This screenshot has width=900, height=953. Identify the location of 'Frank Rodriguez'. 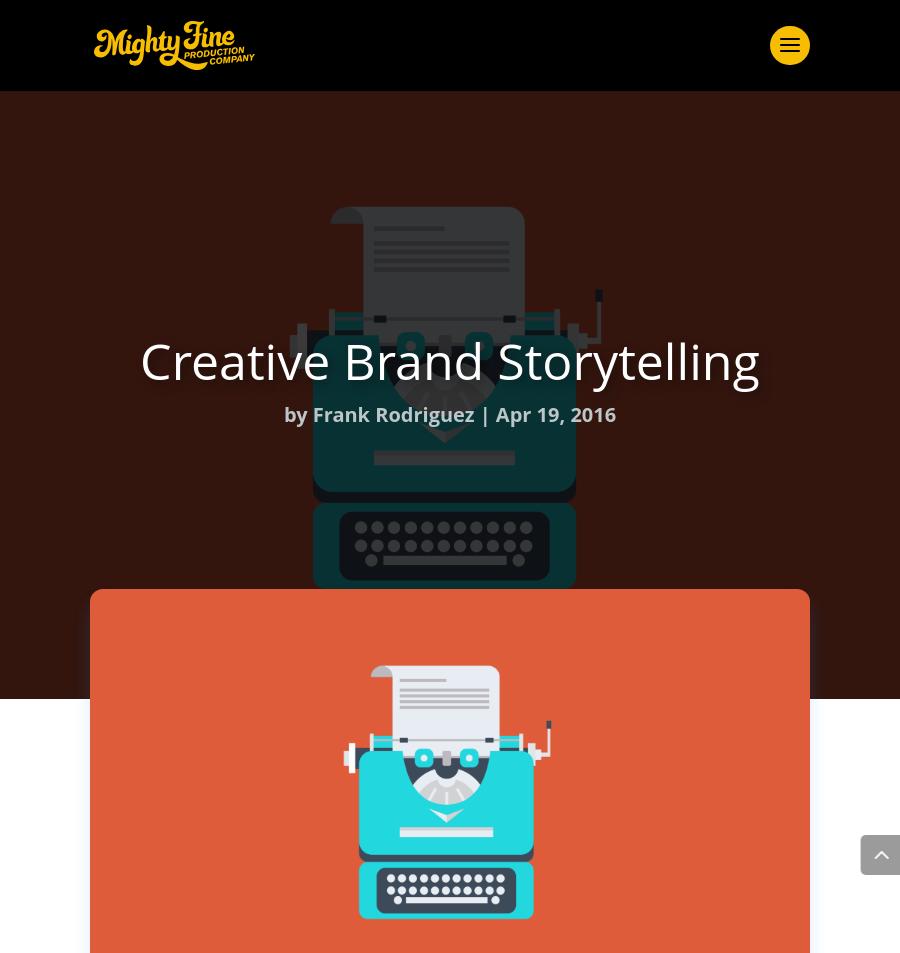
(393, 413).